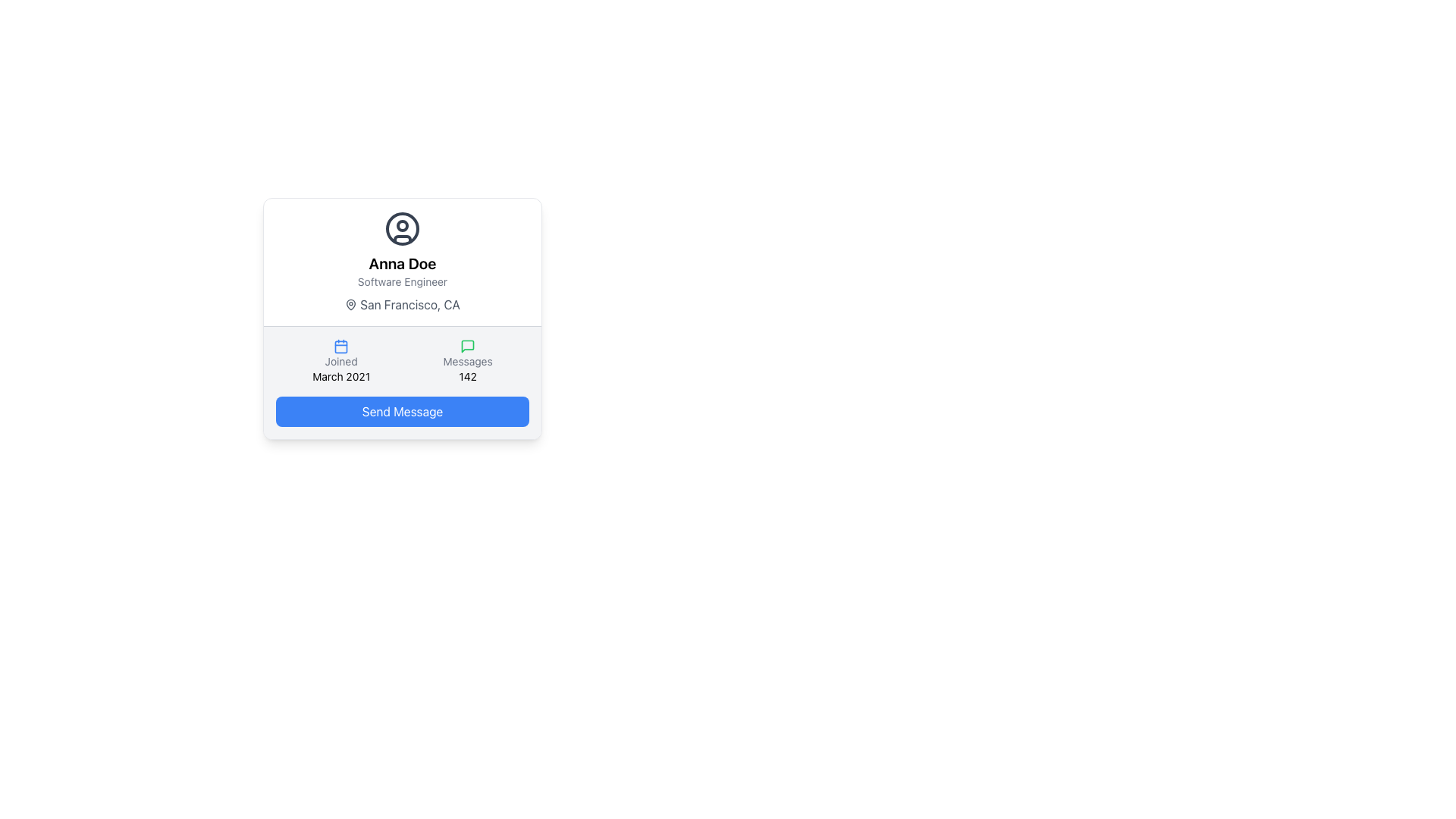 Image resolution: width=1456 pixels, height=819 pixels. What do you see at coordinates (467, 362) in the screenshot?
I see `message count displayed as '142' in the Messages component located in the bottom right corner of the user profile card` at bounding box center [467, 362].